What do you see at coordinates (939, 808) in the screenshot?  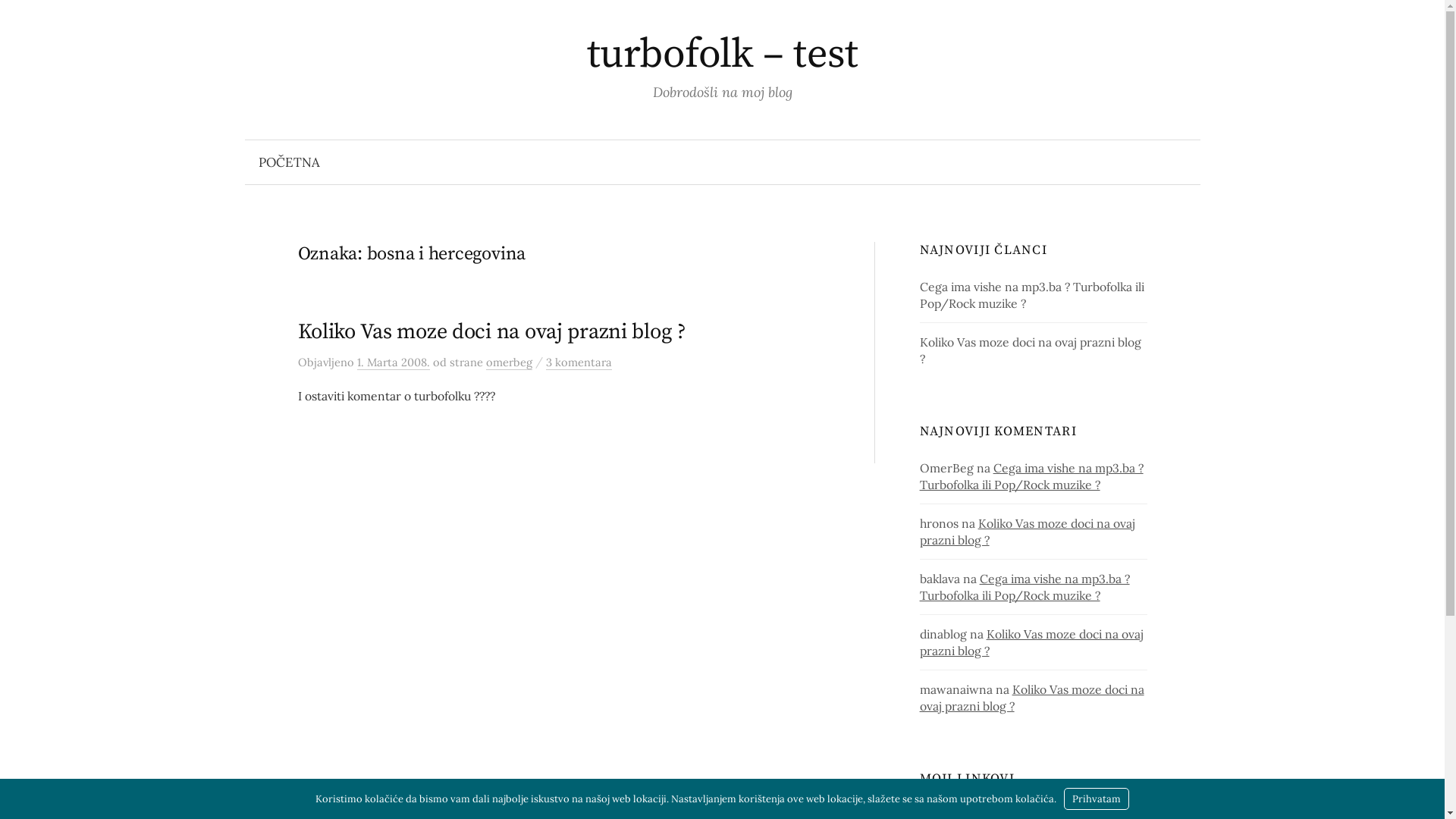 I see `'MP3.ba'` at bounding box center [939, 808].